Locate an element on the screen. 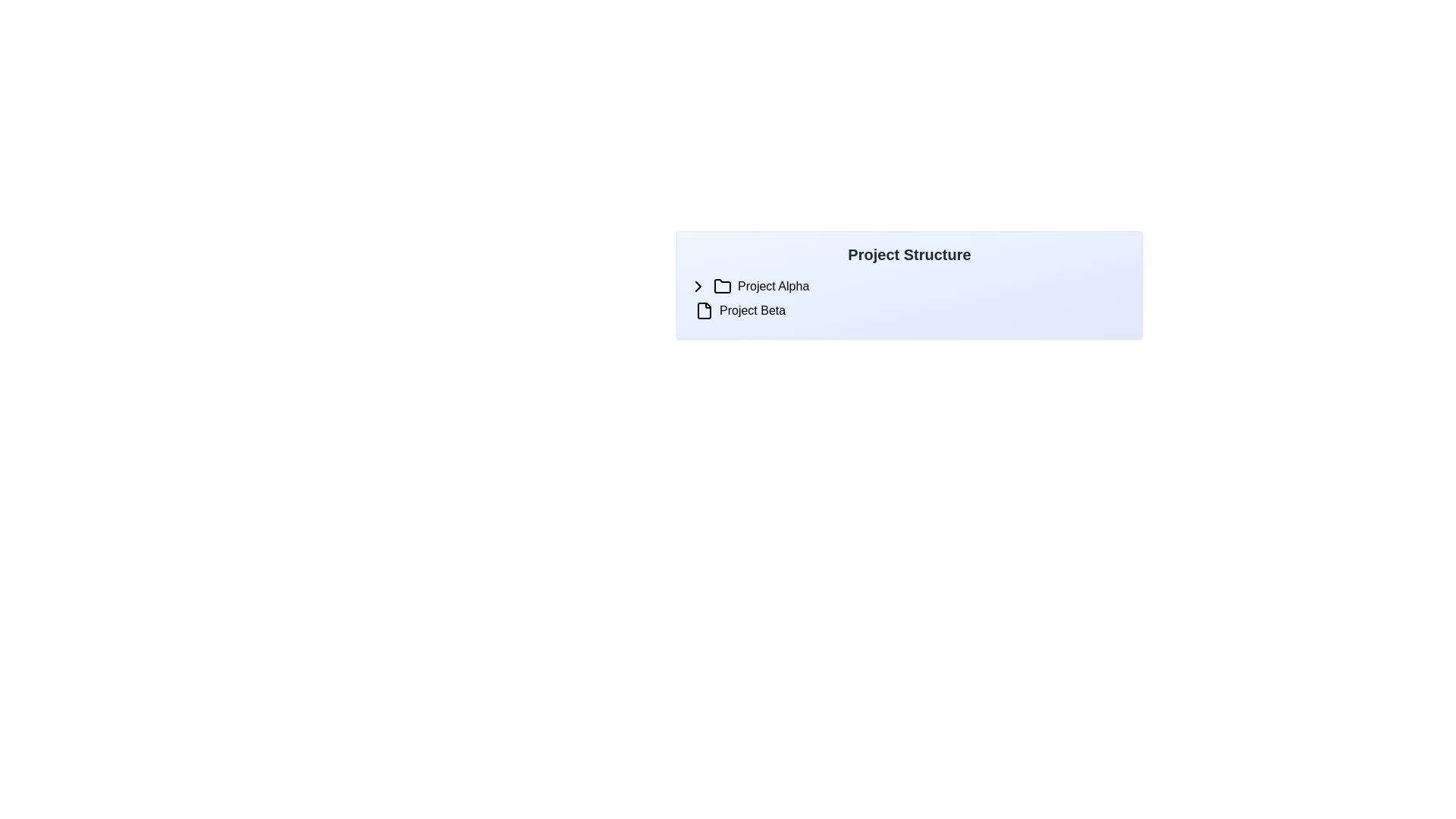 This screenshot has width=1456, height=819. the stylized folder icon located to the left of the 'Project Alpha' text in the interface is located at coordinates (722, 287).